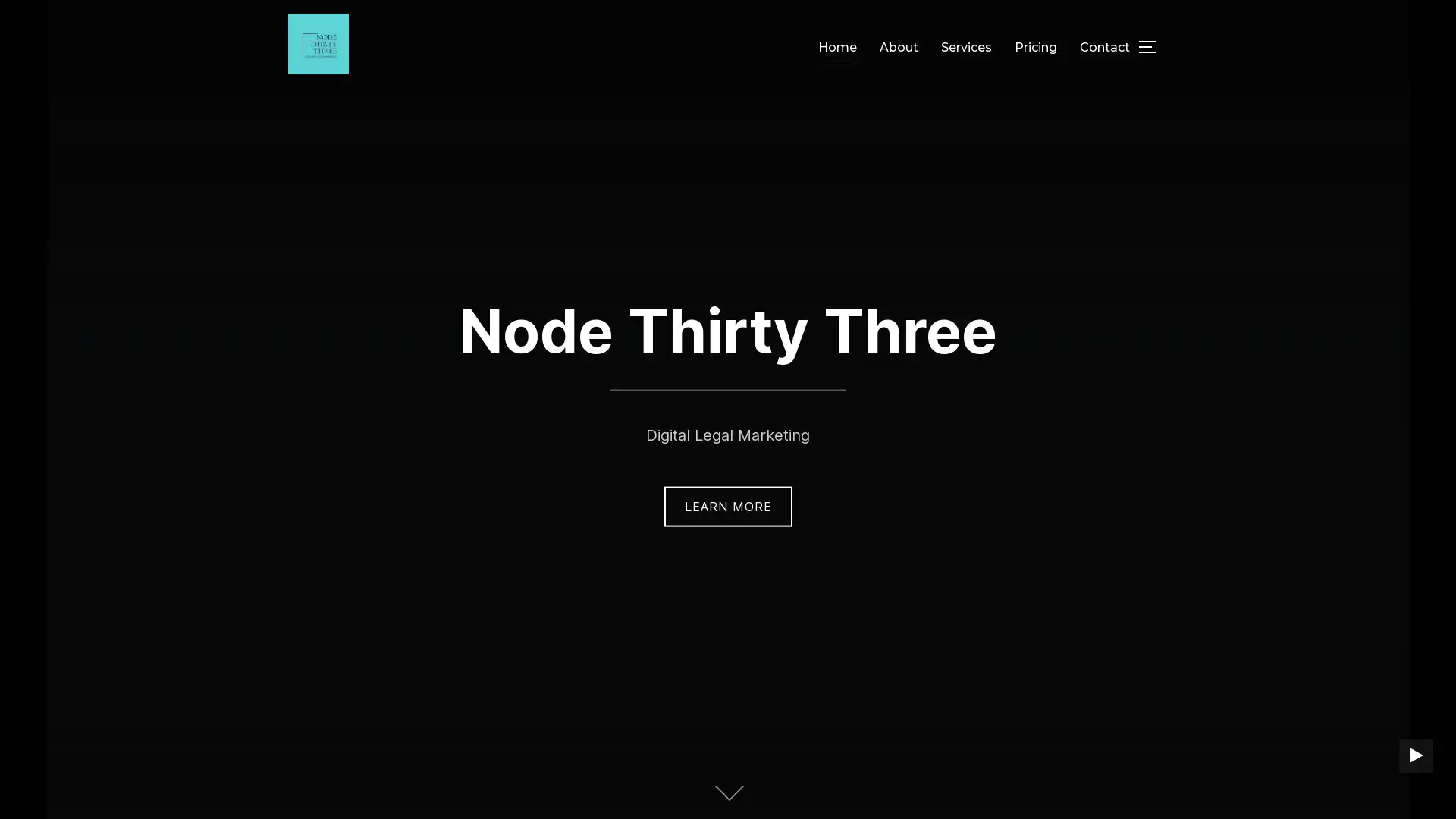 The width and height of the screenshot is (1456, 819). What do you see at coordinates (1415, 756) in the screenshot?
I see `PLAY BACKGROUND VIDEO` at bounding box center [1415, 756].